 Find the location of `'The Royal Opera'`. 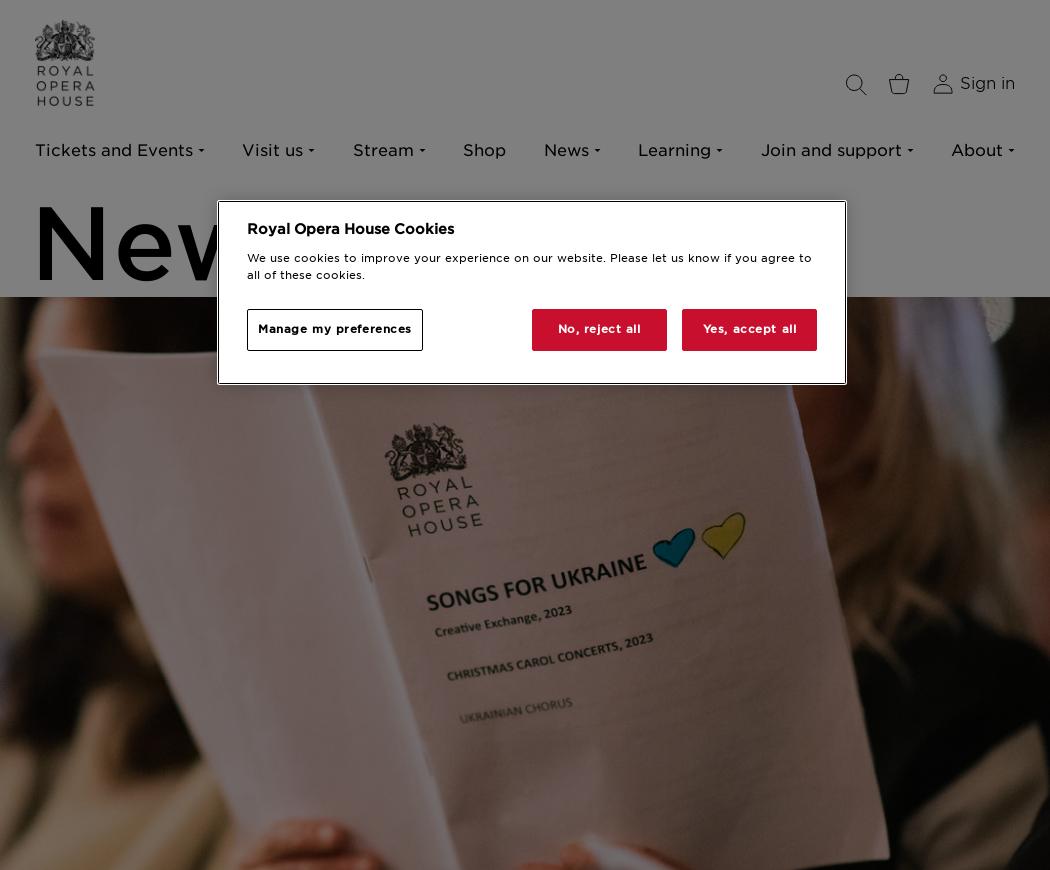

'The Royal Opera' is located at coordinates (105, 212).